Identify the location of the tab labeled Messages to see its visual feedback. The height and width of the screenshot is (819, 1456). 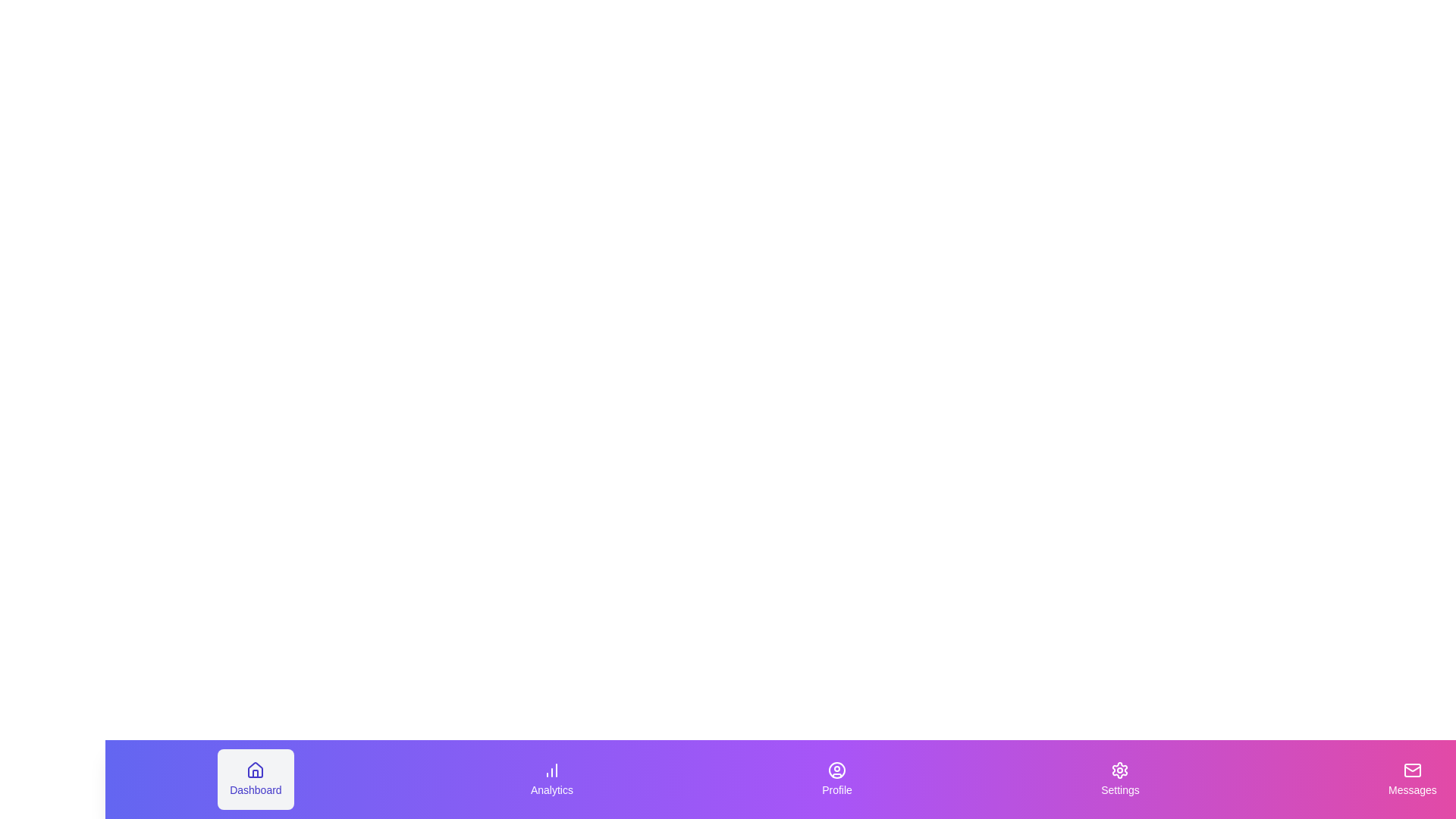
(1411, 780).